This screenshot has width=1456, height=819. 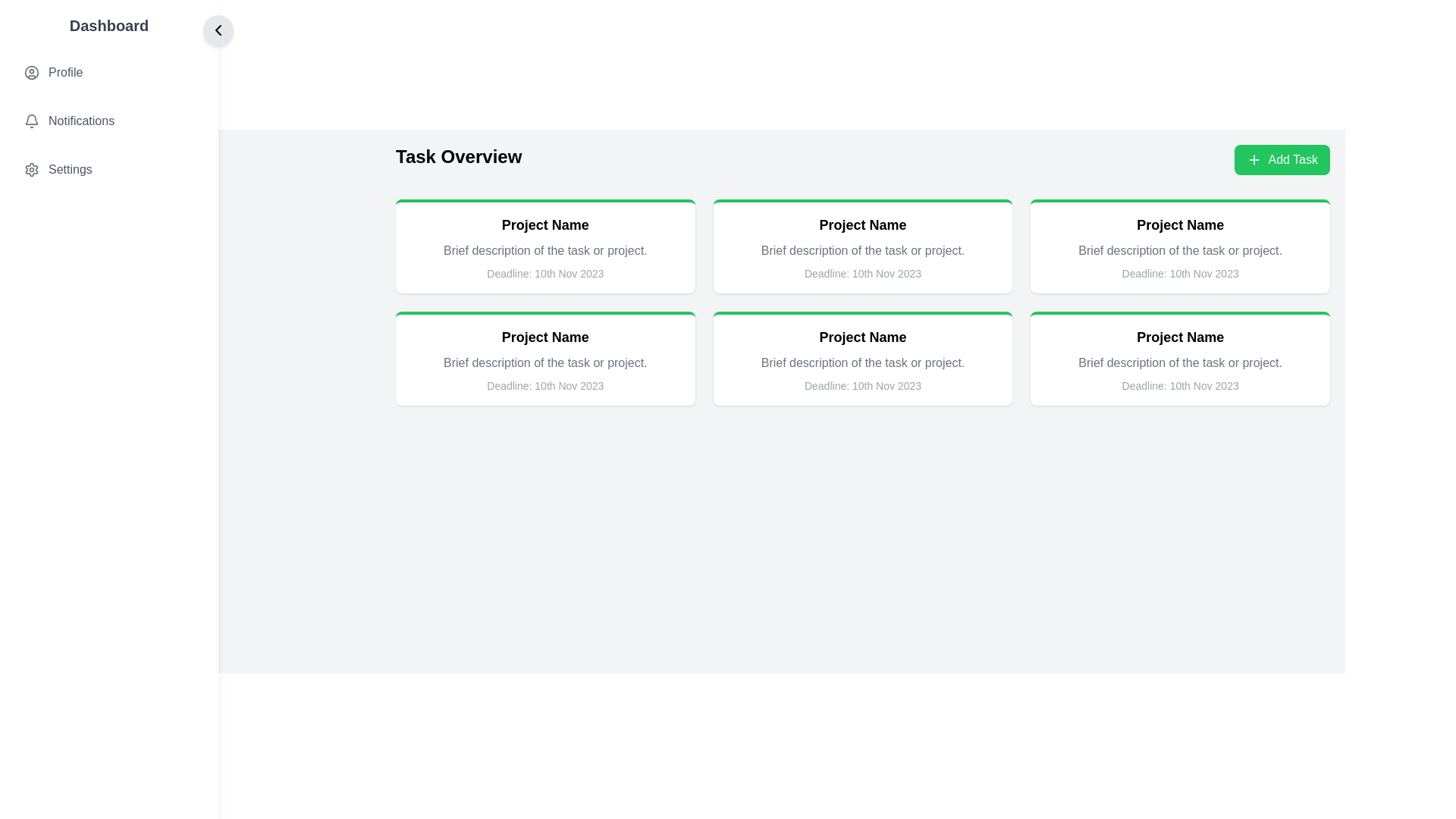 I want to click on the text label displaying 'Deadline: 10th Nov 2023', which is located beneath the description of the project within the card titled 'Project Name', so click(x=545, y=274).